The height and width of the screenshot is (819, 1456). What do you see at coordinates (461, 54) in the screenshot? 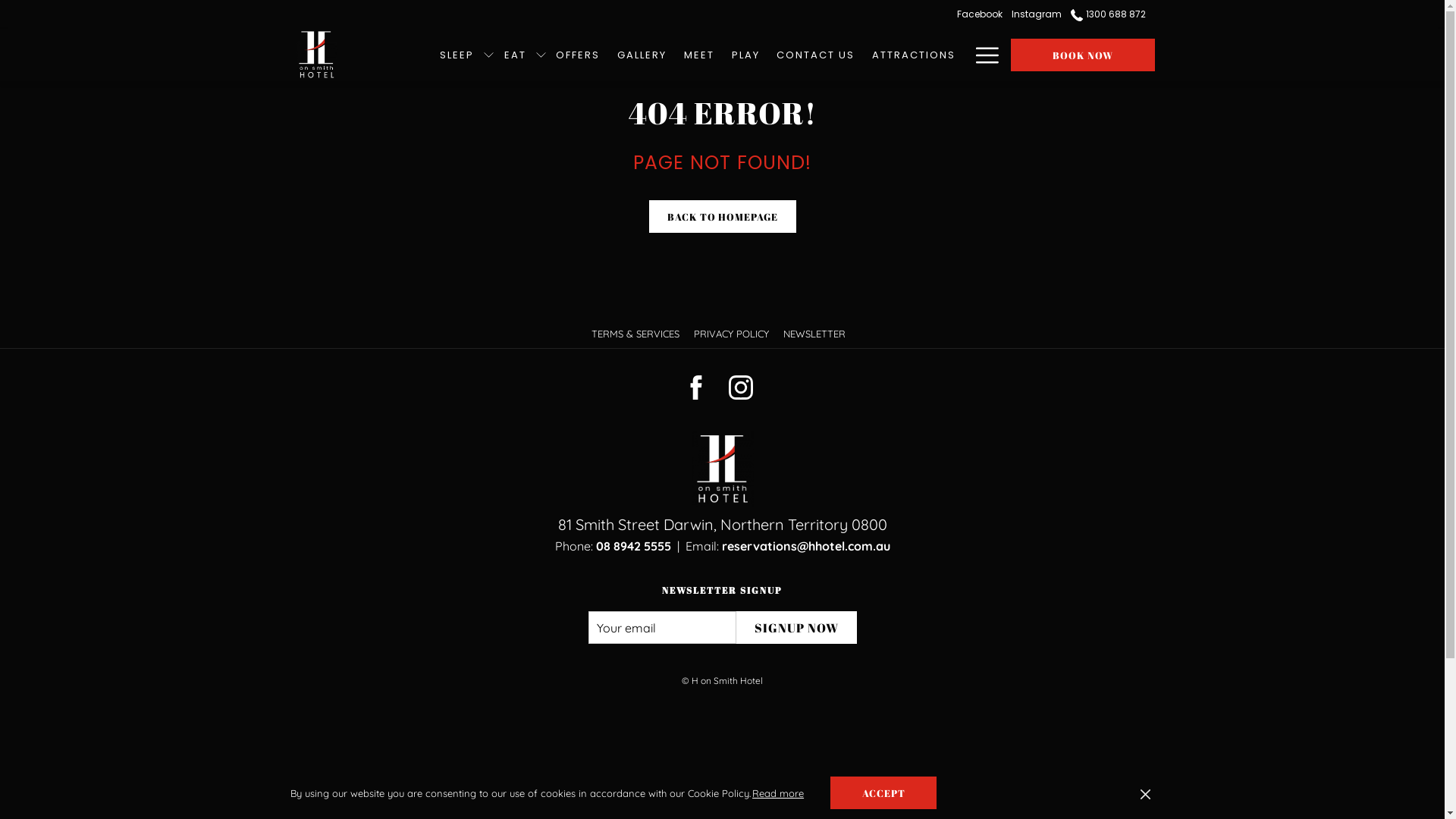
I see `'SLEEP'` at bounding box center [461, 54].